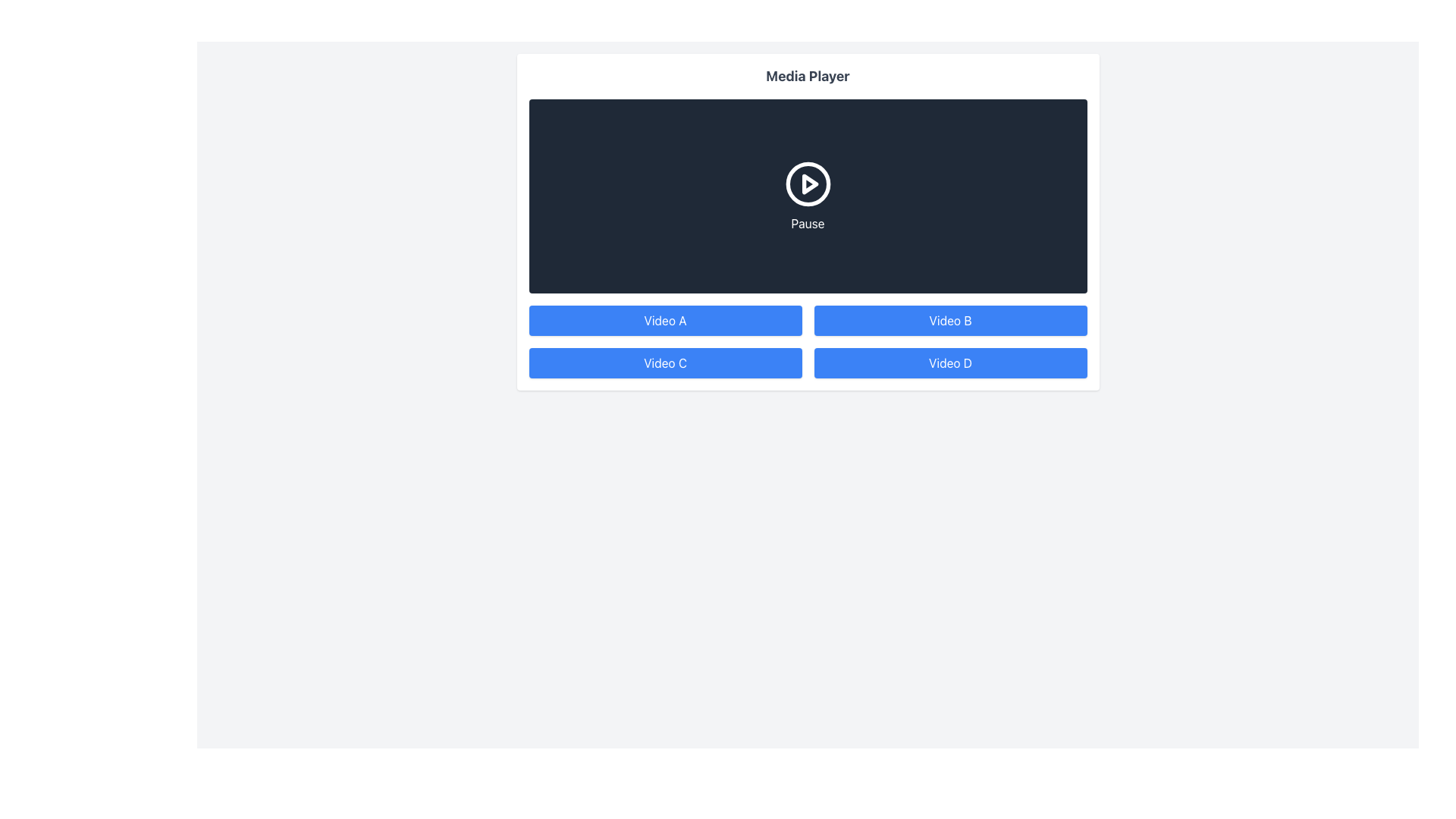 This screenshot has height=819, width=1456. Describe the element at coordinates (665, 320) in the screenshot. I see `the button labeled 'Video A' located in the top-left quadrant of the interface, which serves` at that location.